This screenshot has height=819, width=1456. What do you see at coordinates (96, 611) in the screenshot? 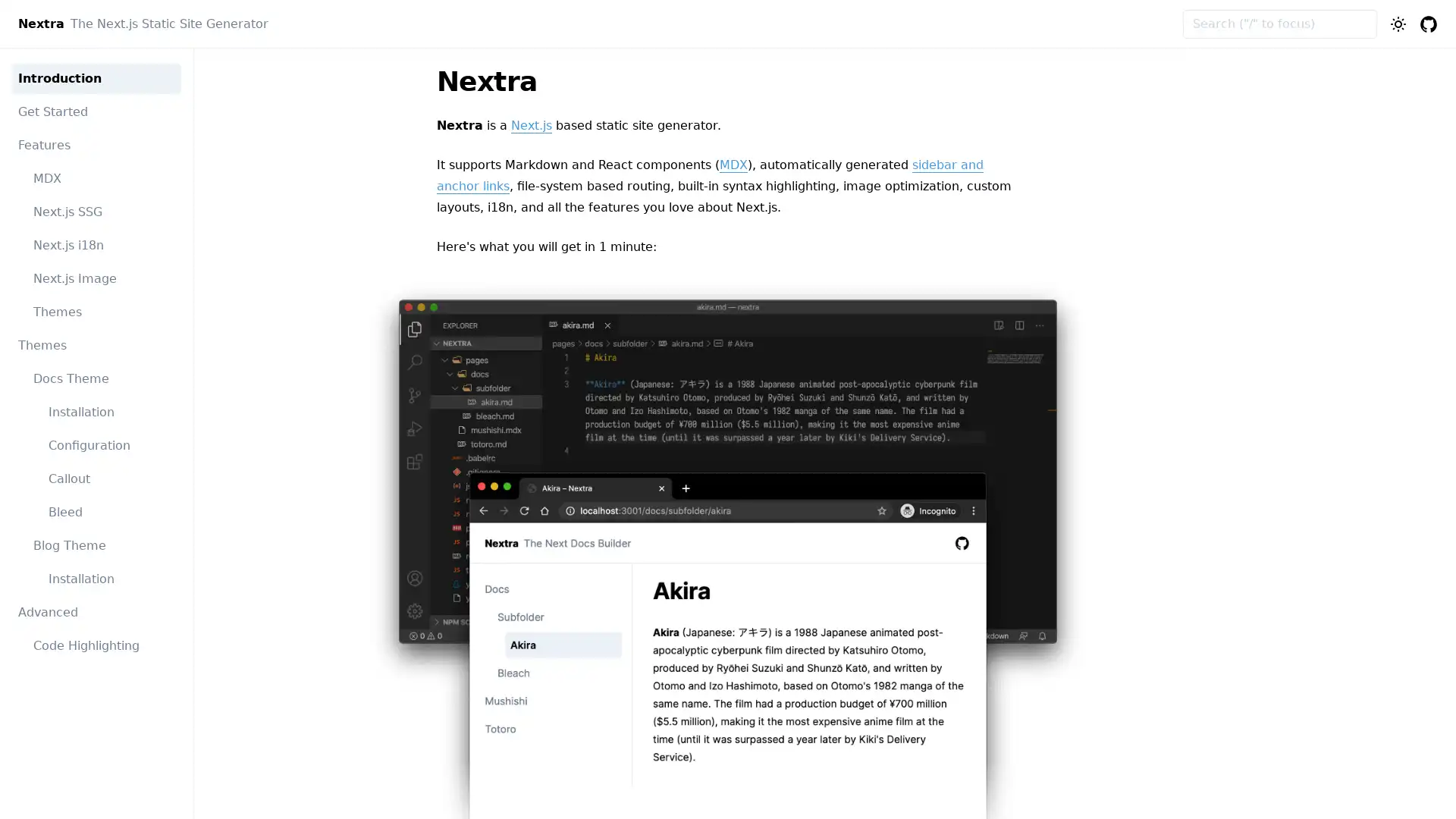
I see `Advanced` at bounding box center [96, 611].